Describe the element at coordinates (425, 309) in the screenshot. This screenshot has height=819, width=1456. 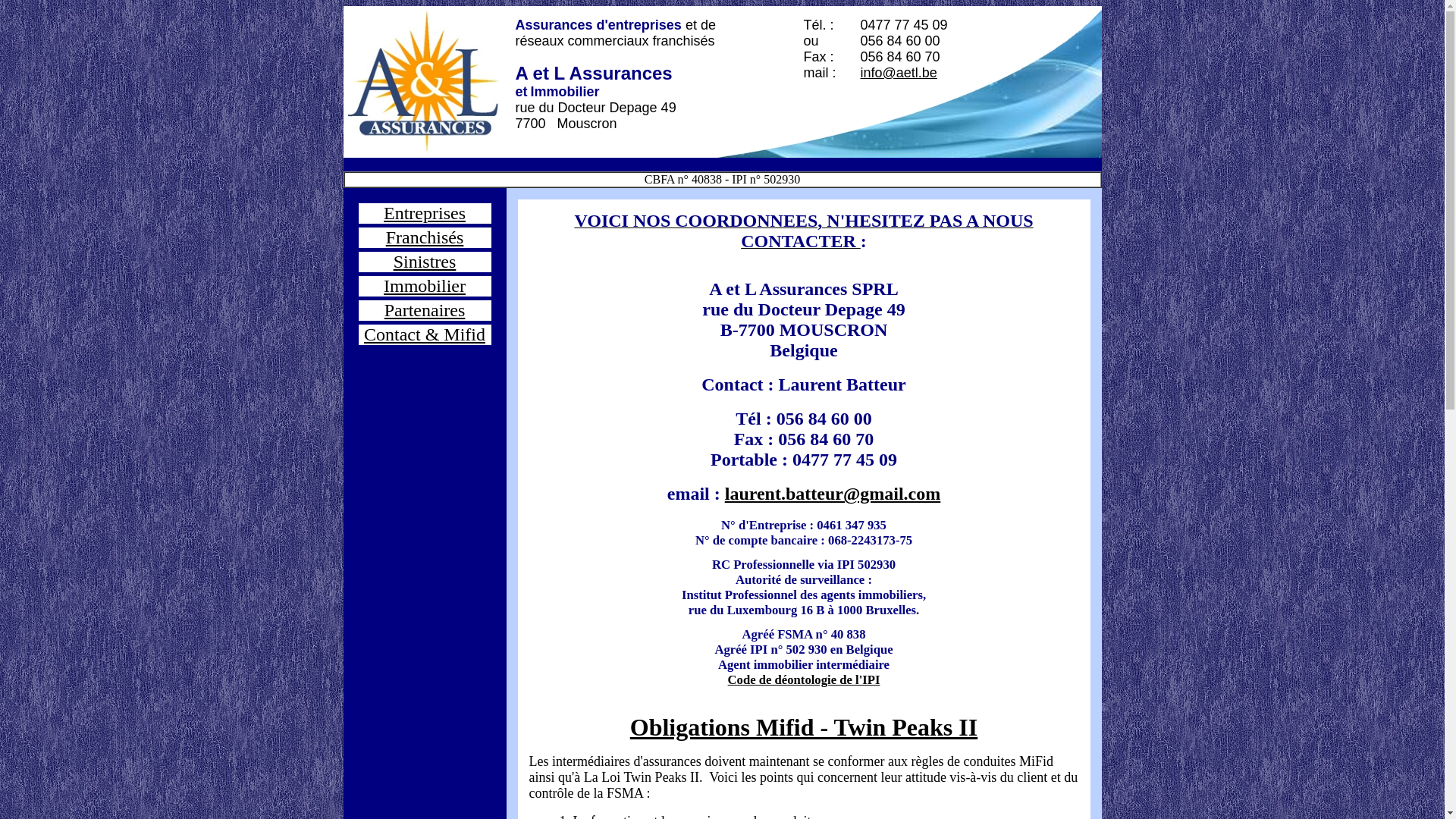
I see `'Partenaires'` at that location.